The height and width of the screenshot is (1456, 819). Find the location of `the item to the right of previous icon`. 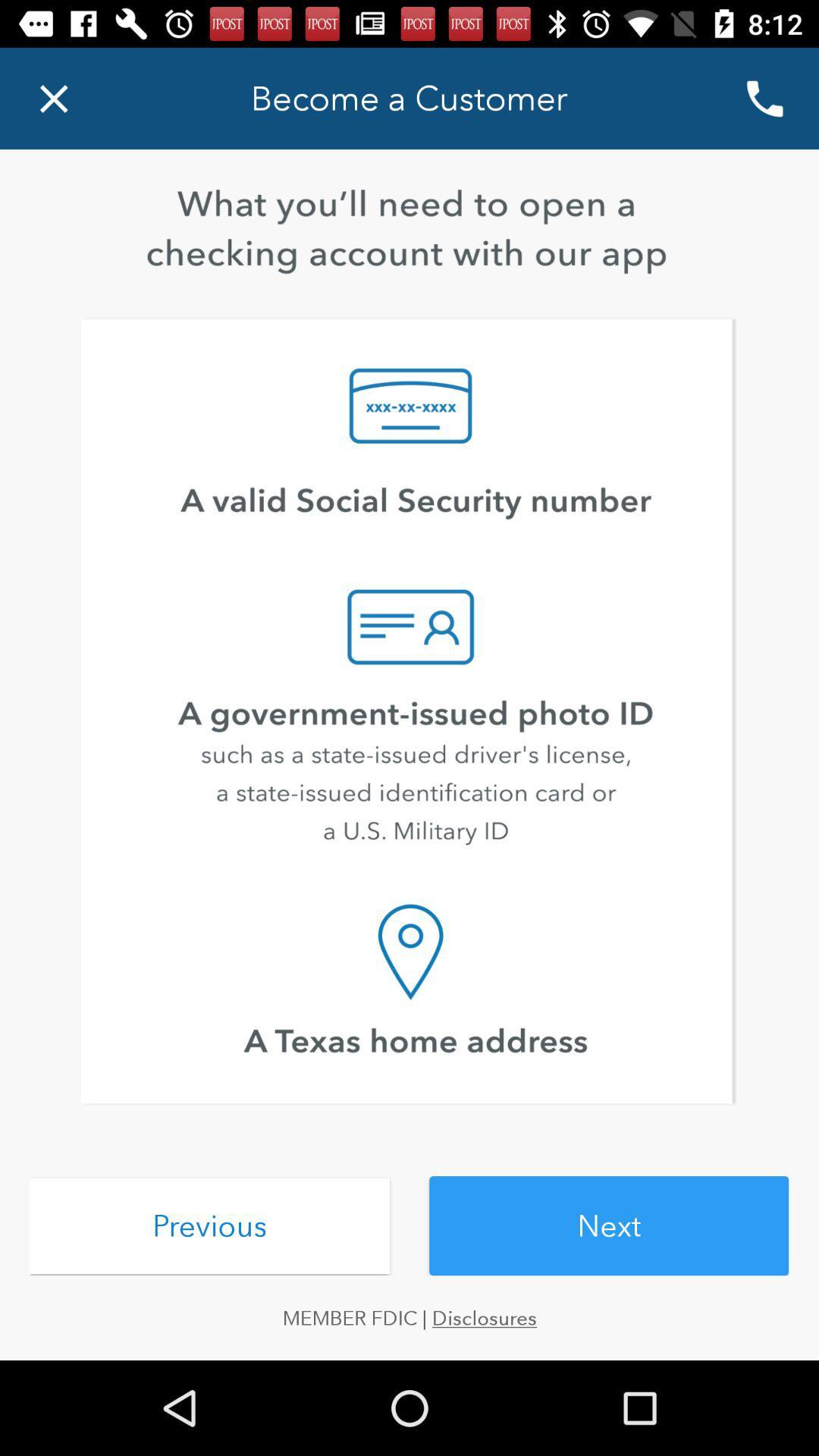

the item to the right of previous icon is located at coordinates (608, 1225).